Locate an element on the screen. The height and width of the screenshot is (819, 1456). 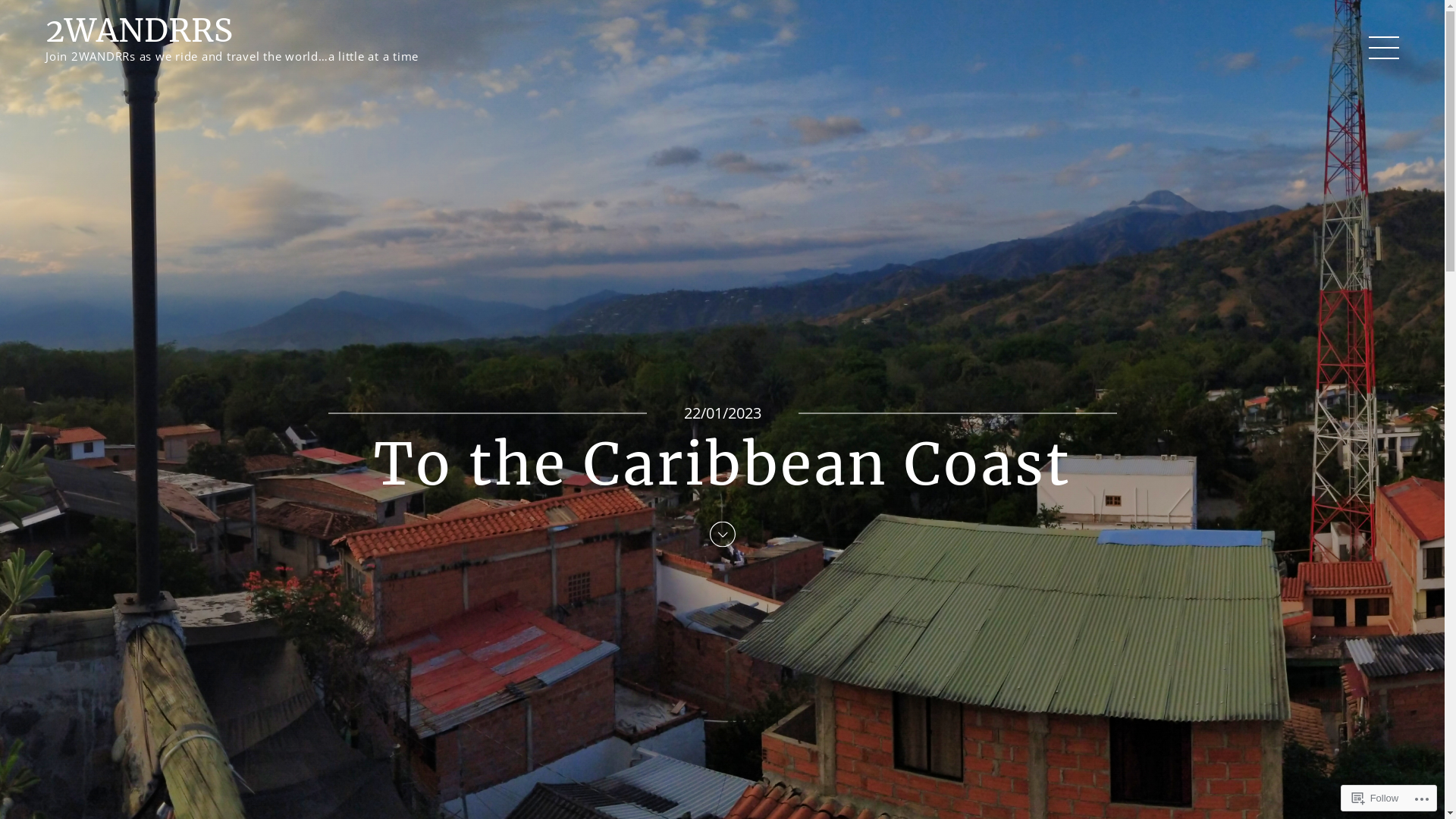
'2WANDRRS' is located at coordinates (139, 30).